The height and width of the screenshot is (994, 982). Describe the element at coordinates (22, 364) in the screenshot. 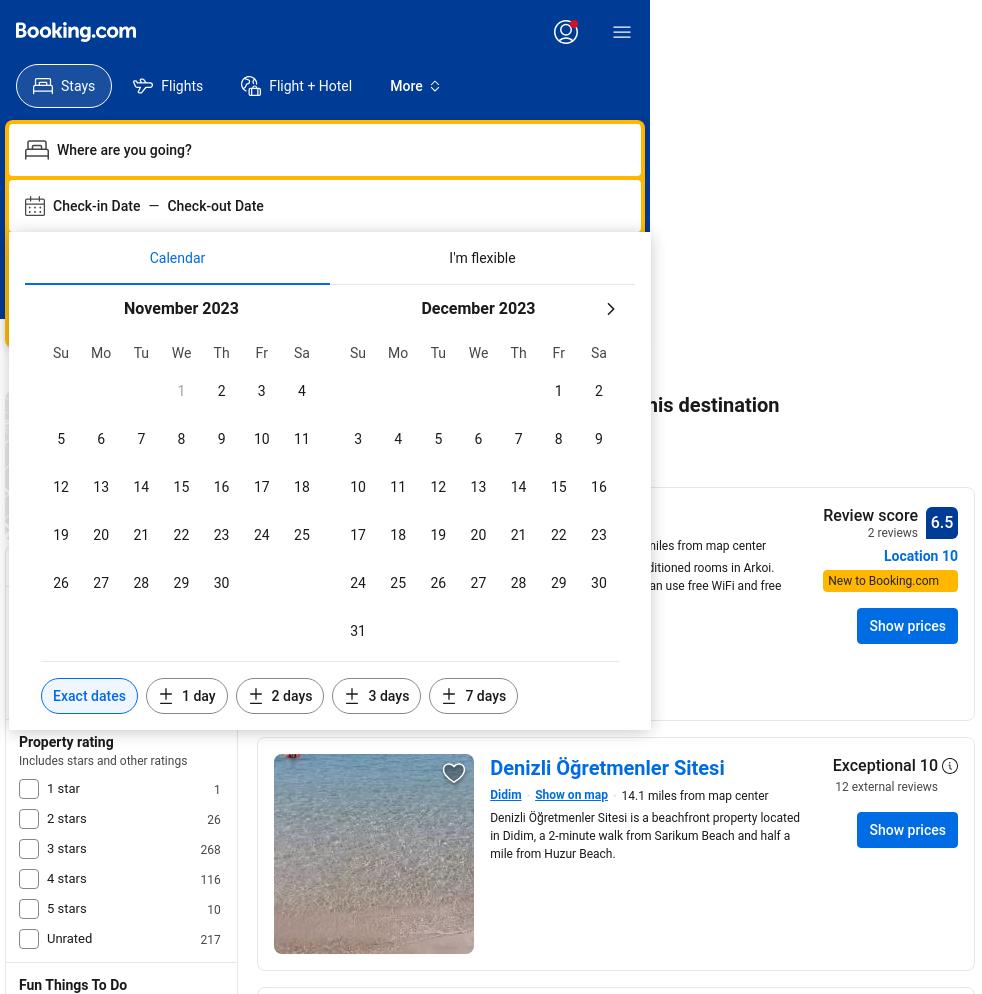

I see `'Home'` at that location.